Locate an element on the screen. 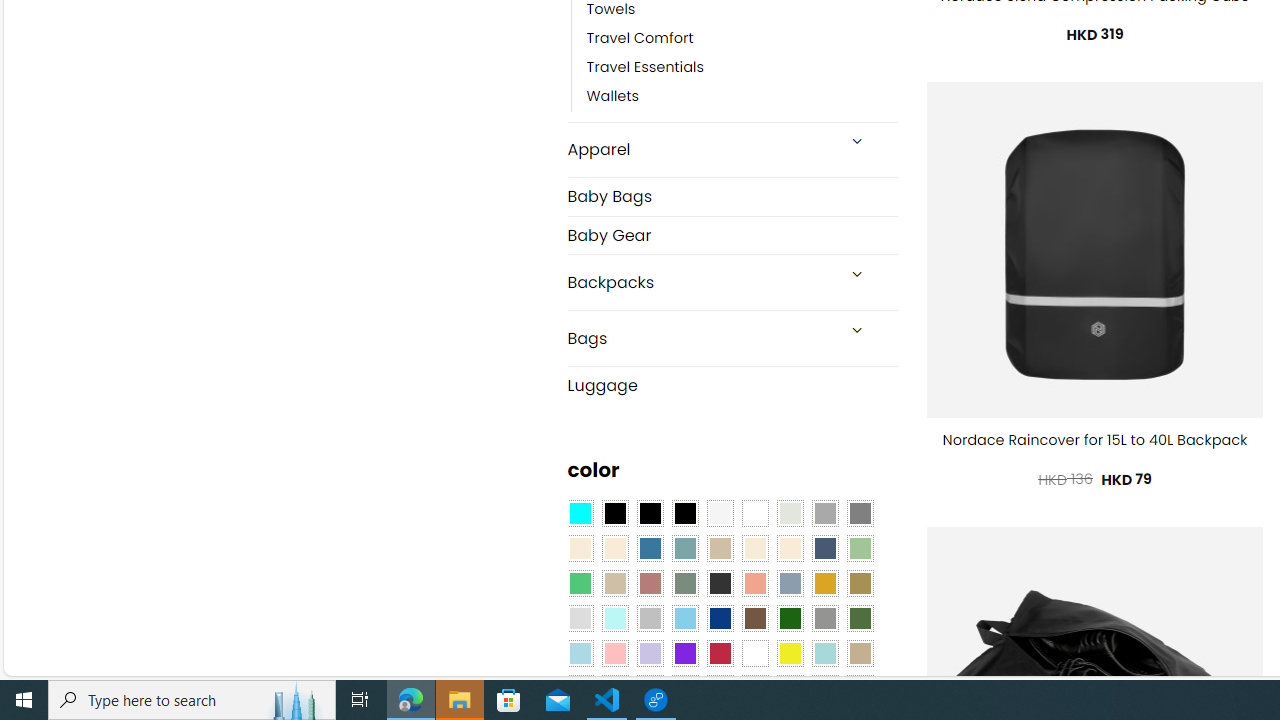 This screenshot has width=1280, height=720. 'Apparel' is located at coordinates (700, 149).